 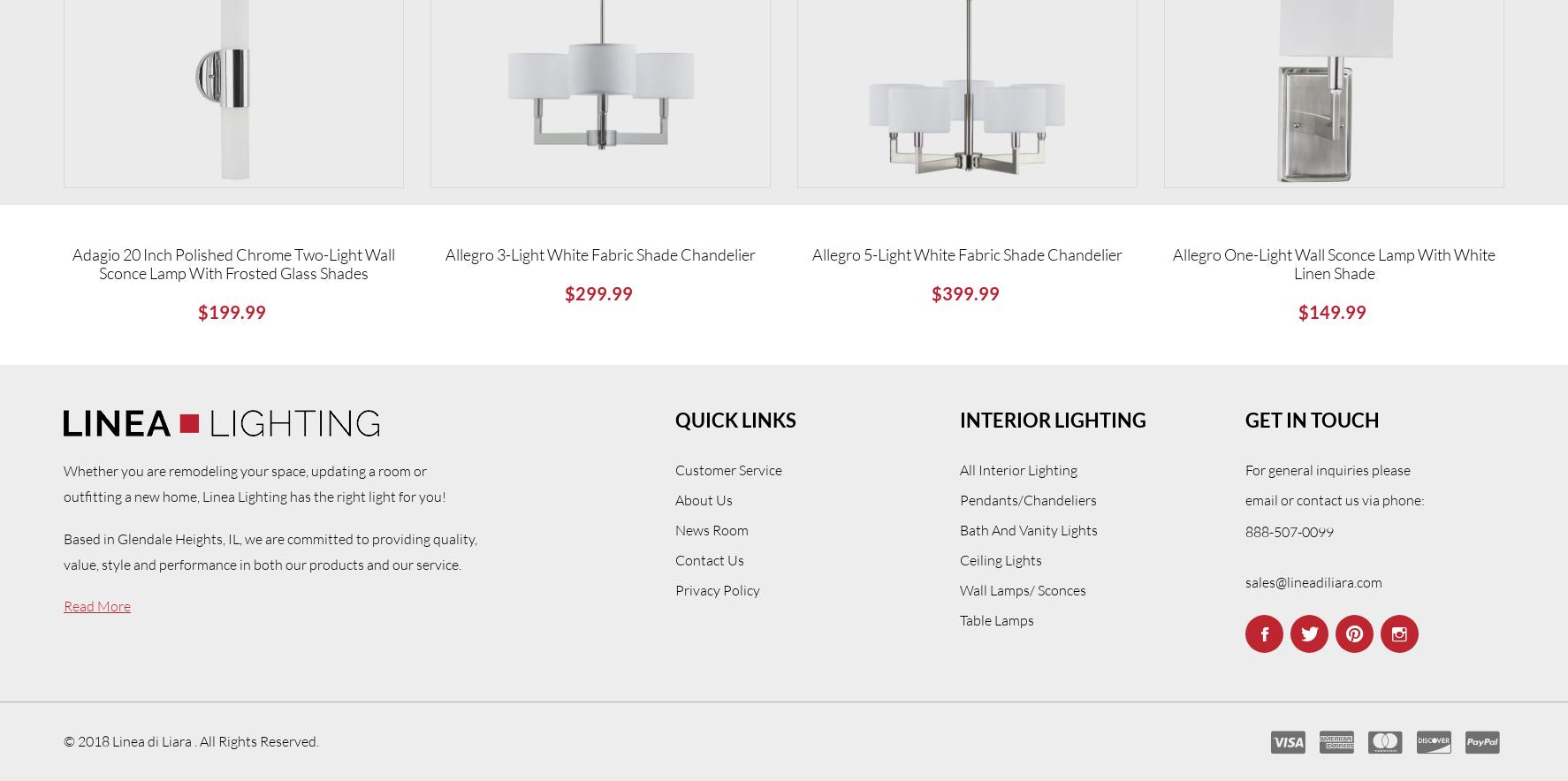 What do you see at coordinates (1334, 262) in the screenshot?
I see `'Allegro One-Light Wall Sconce Lamp with White Linen Shade'` at bounding box center [1334, 262].